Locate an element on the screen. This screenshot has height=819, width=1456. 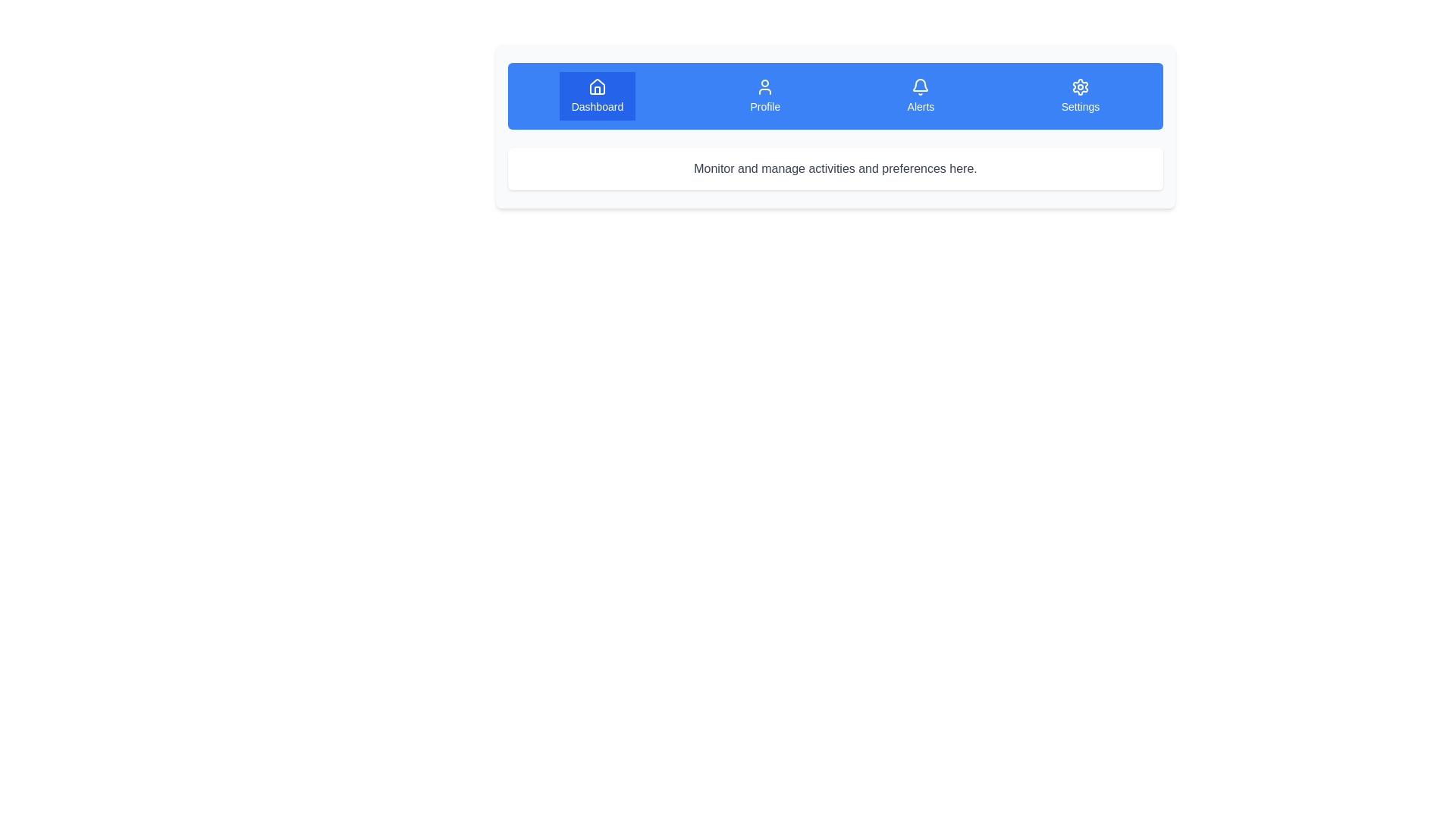
the 'Dashboard' button, which is a rectangular button with a blue background, white text, and an icon resembling a house at the top center is located at coordinates (596, 96).